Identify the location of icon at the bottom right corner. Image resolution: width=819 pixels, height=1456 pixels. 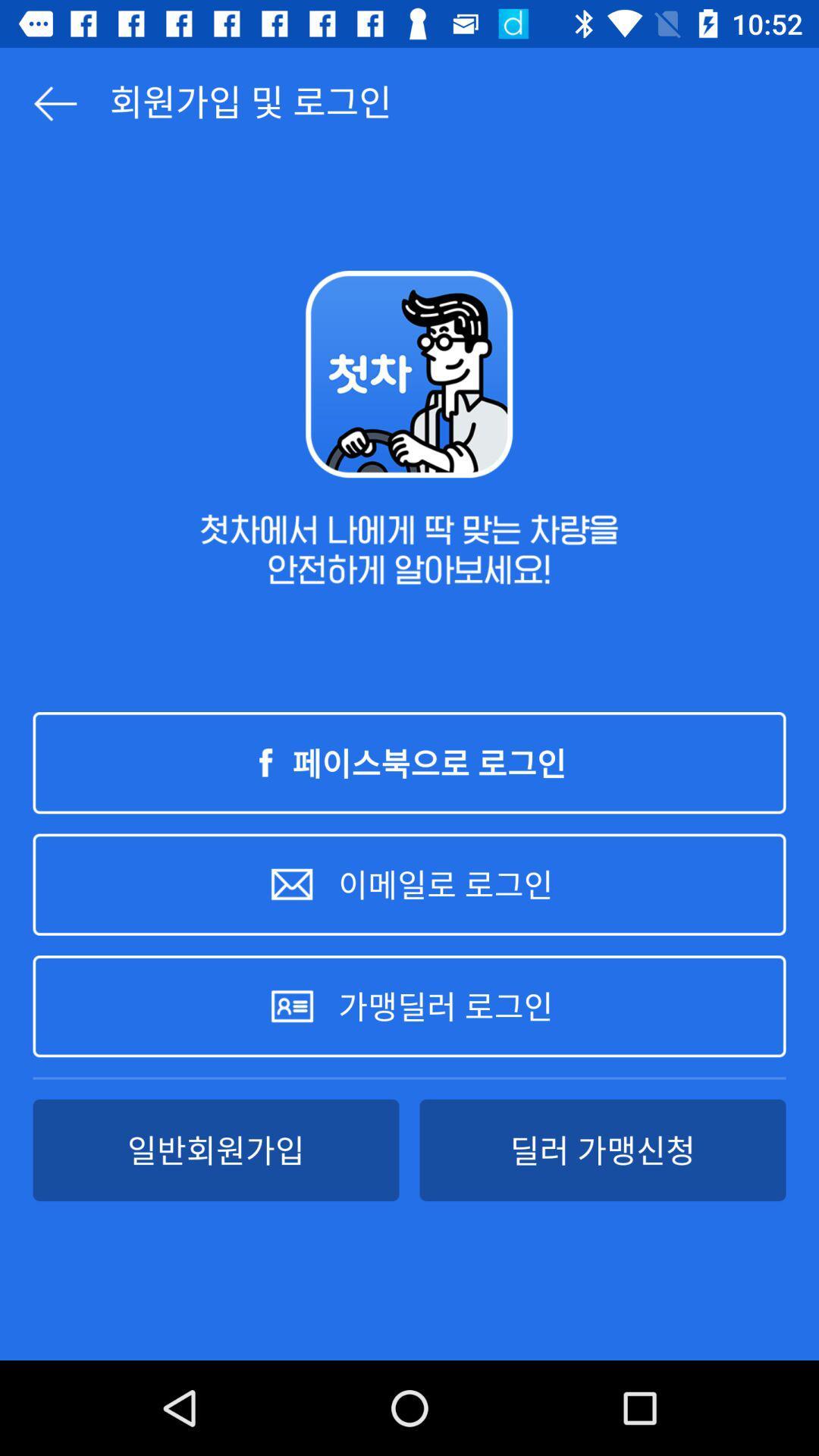
(601, 1150).